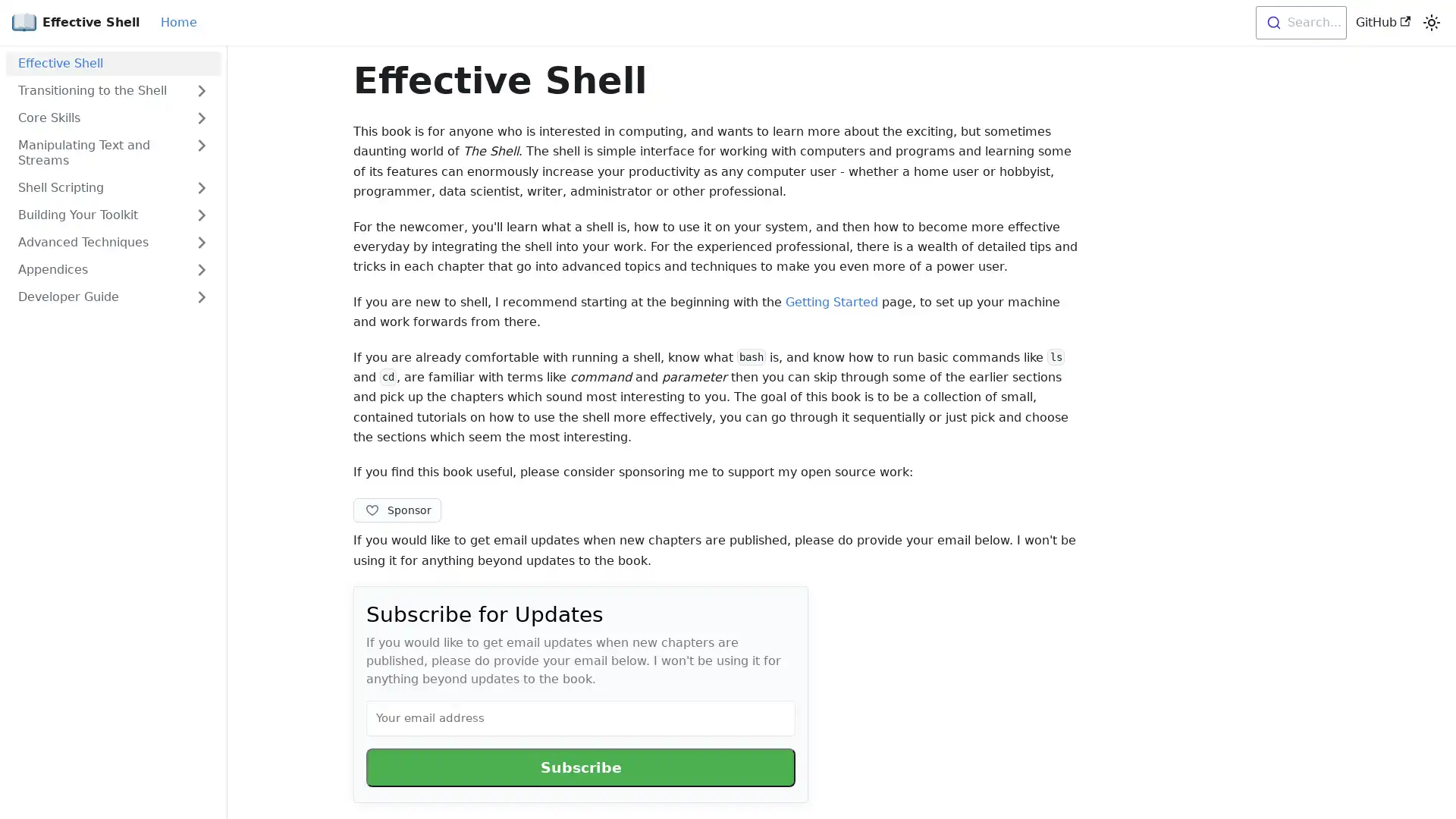  Describe the element at coordinates (200, 117) in the screenshot. I see `Toggle the collapsible sidebar category 'Core Skills'` at that location.